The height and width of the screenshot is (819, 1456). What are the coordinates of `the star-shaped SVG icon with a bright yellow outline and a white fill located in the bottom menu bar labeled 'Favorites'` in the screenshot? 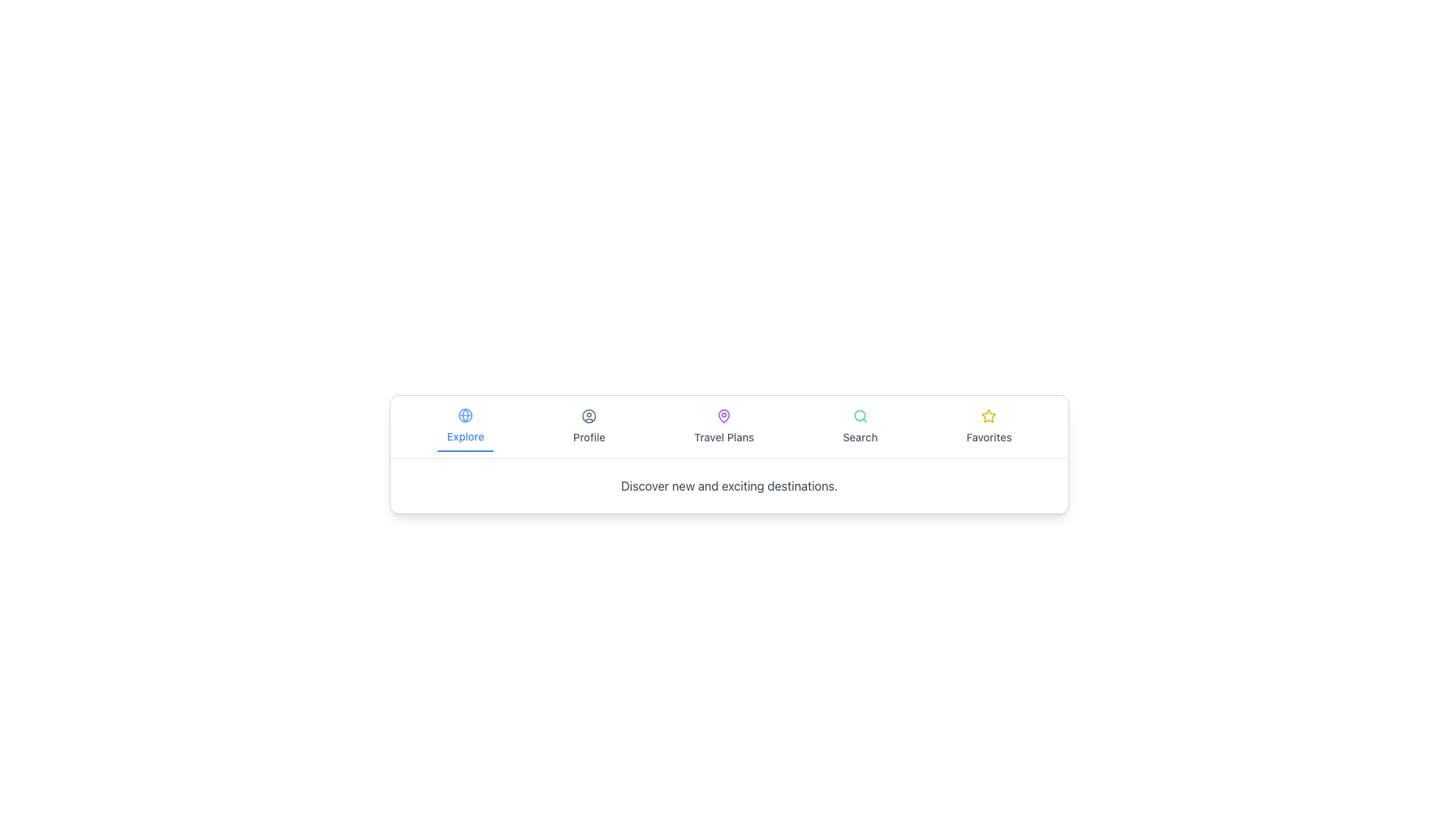 It's located at (989, 415).